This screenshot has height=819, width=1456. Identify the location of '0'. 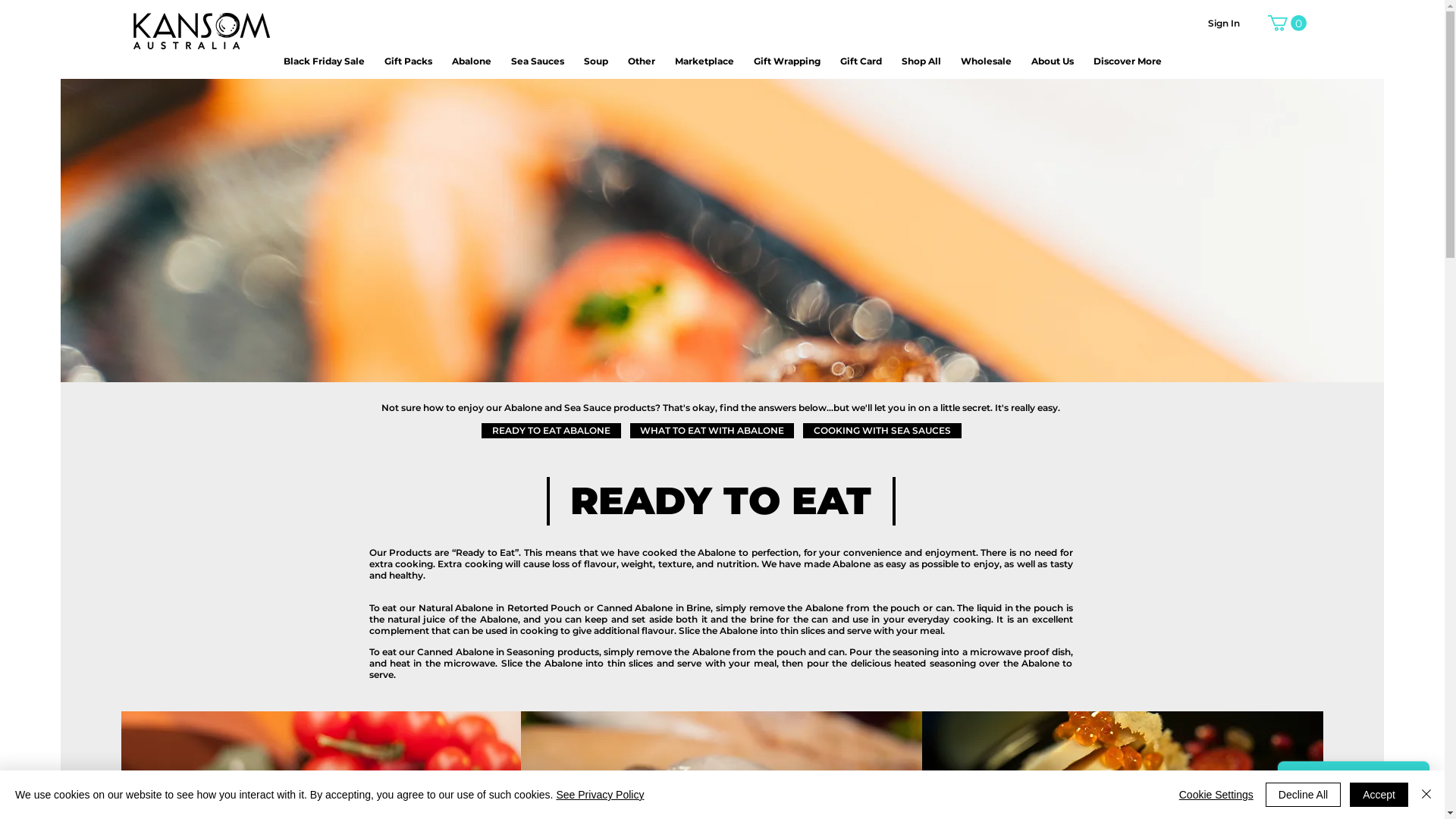
(1286, 23).